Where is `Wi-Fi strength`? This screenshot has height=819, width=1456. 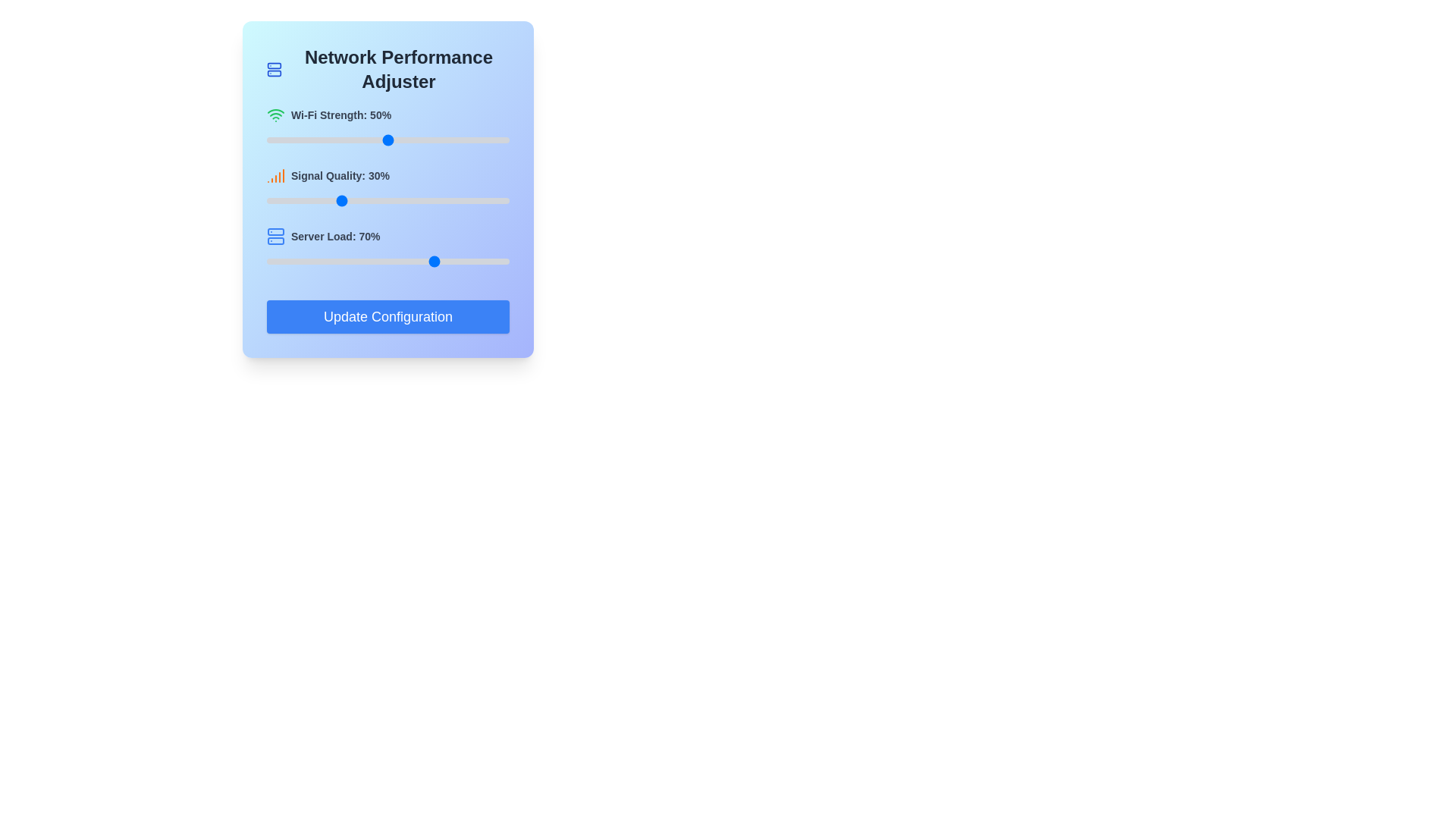
Wi-Fi strength is located at coordinates (331, 140).